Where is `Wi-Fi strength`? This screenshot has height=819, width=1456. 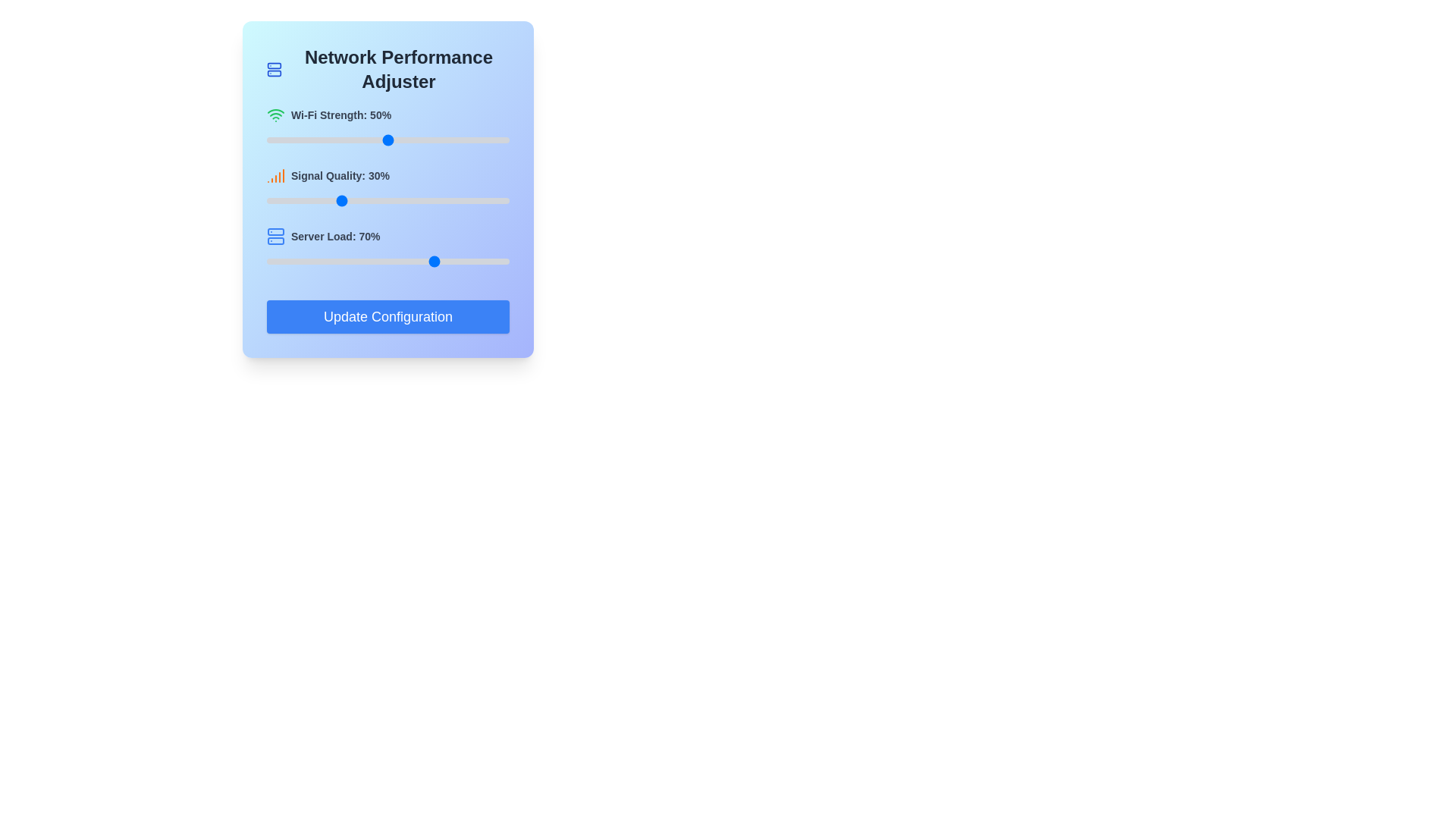
Wi-Fi strength is located at coordinates (331, 140).